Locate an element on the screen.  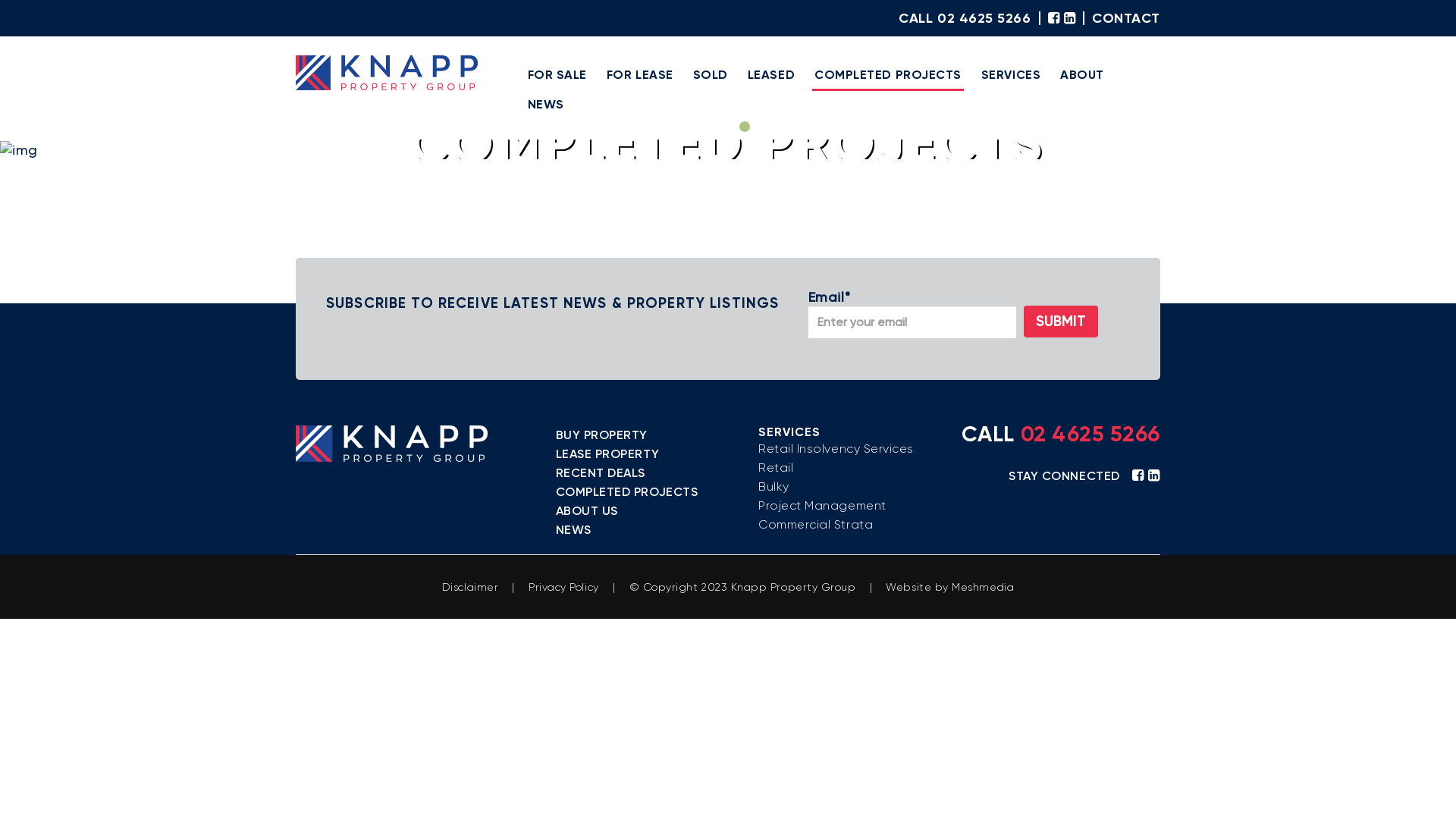
'Privacy Policy' is located at coordinates (528, 586).